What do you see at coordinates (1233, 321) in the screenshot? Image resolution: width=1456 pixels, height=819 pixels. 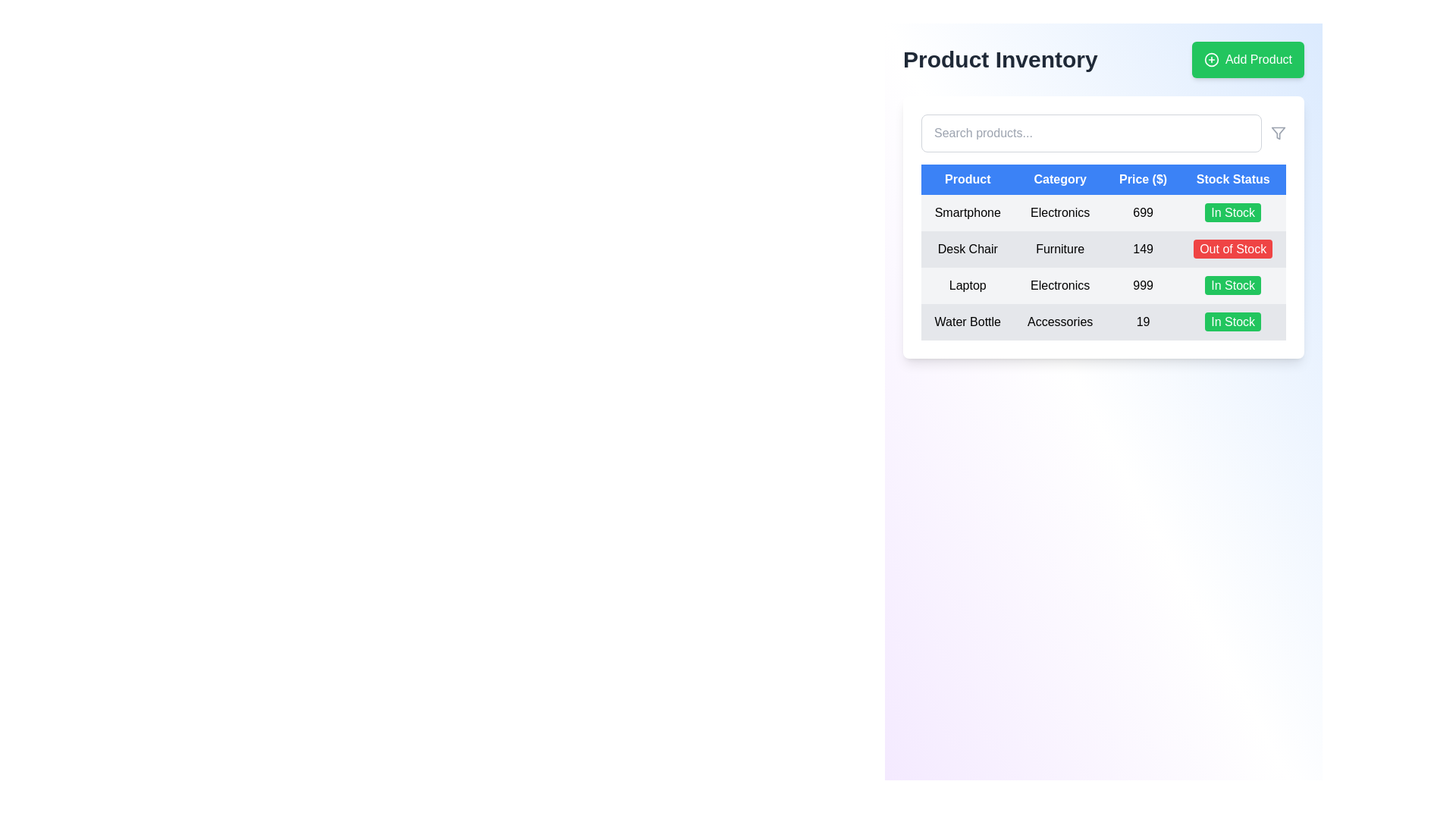 I see `the green button-shaped label with rounded corners that contains the text 'In Stock' located in the 'Stock Status' column of the bottom row for the 'Water Bottle' item` at bounding box center [1233, 321].